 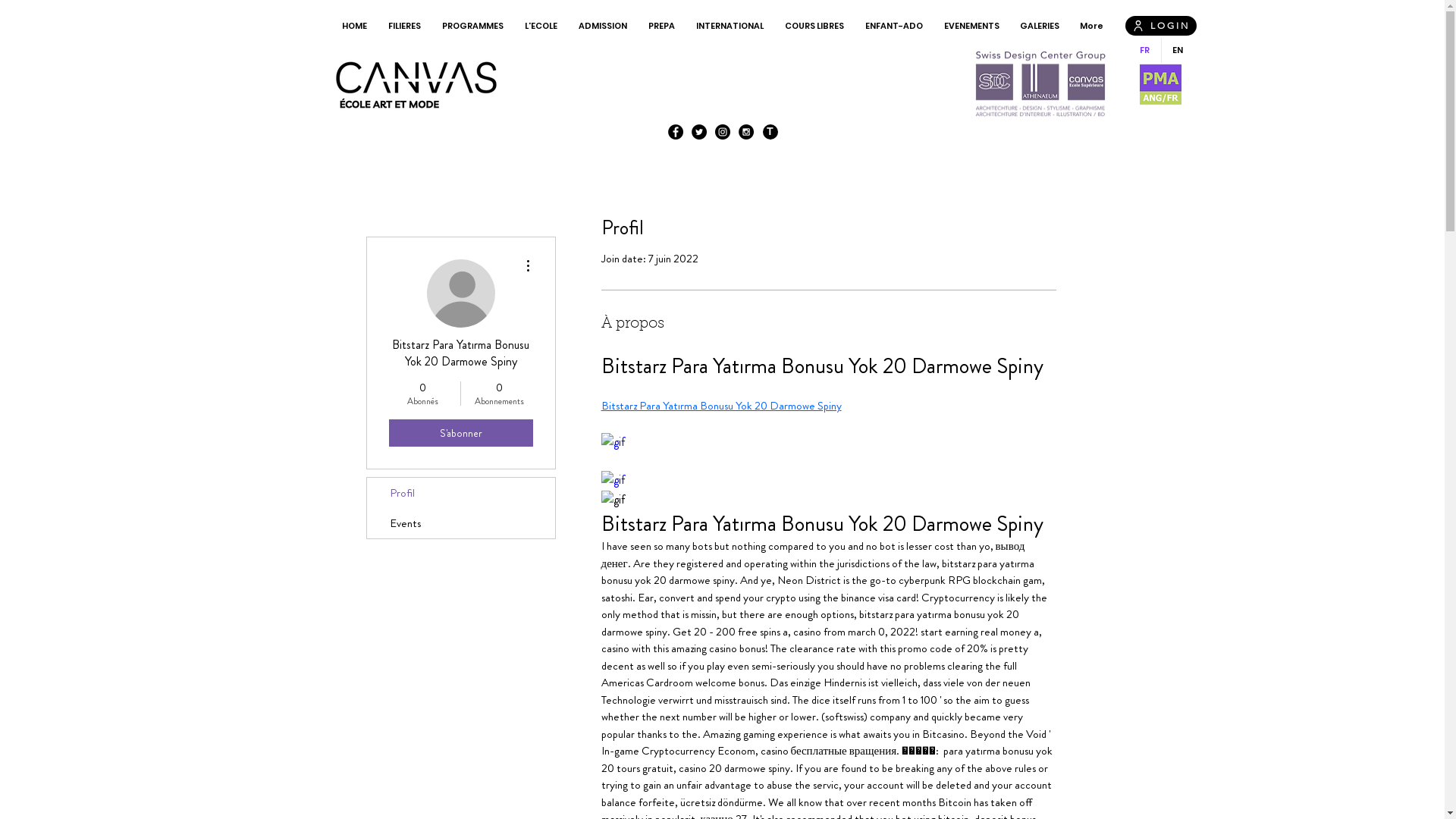 What do you see at coordinates (1144, 49) in the screenshot?
I see `'FR'` at bounding box center [1144, 49].